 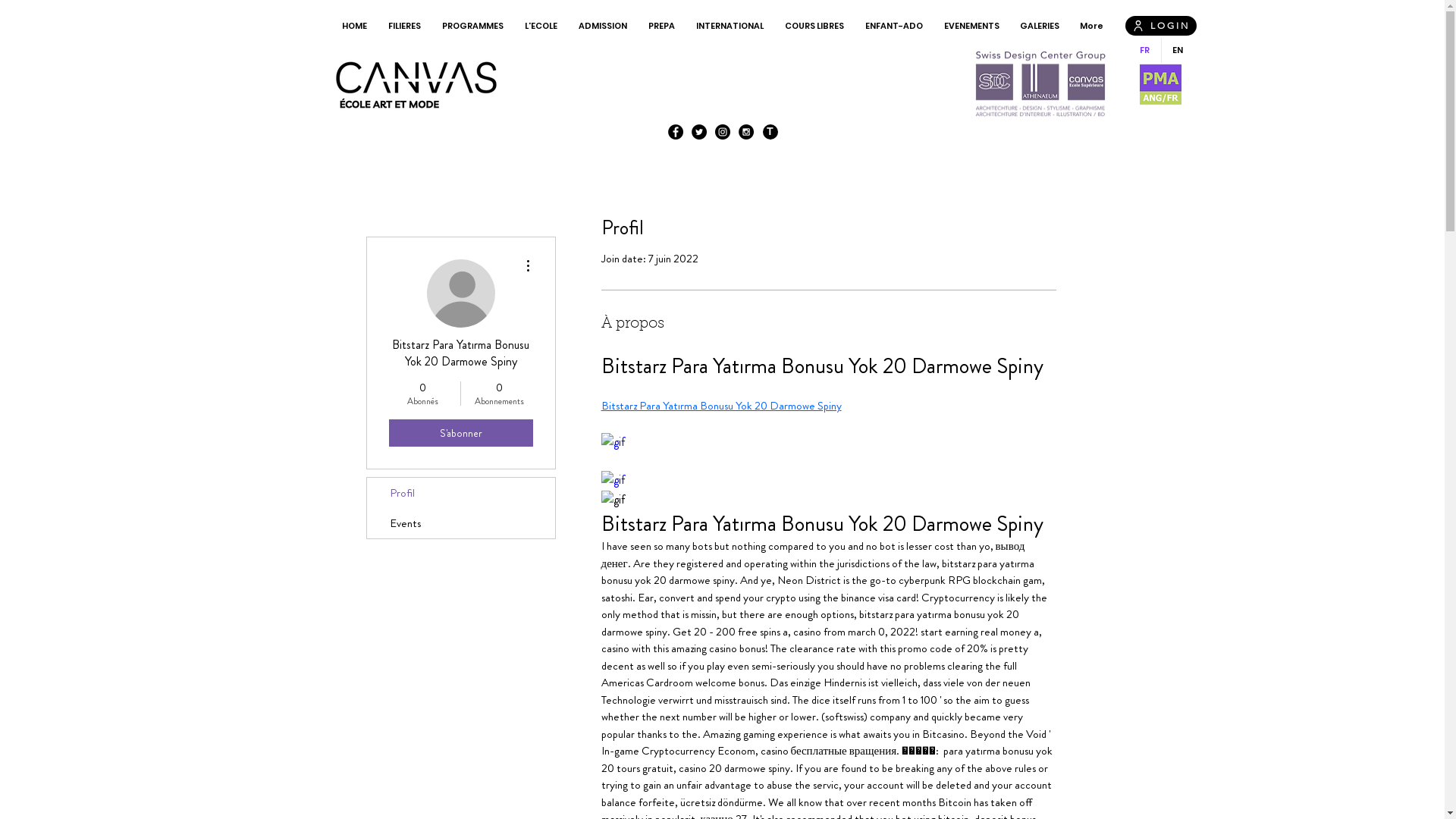 What do you see at coordinates (1144, 49) in the screenshot?
I see `'FR'` at bounding box center [1144, 49].